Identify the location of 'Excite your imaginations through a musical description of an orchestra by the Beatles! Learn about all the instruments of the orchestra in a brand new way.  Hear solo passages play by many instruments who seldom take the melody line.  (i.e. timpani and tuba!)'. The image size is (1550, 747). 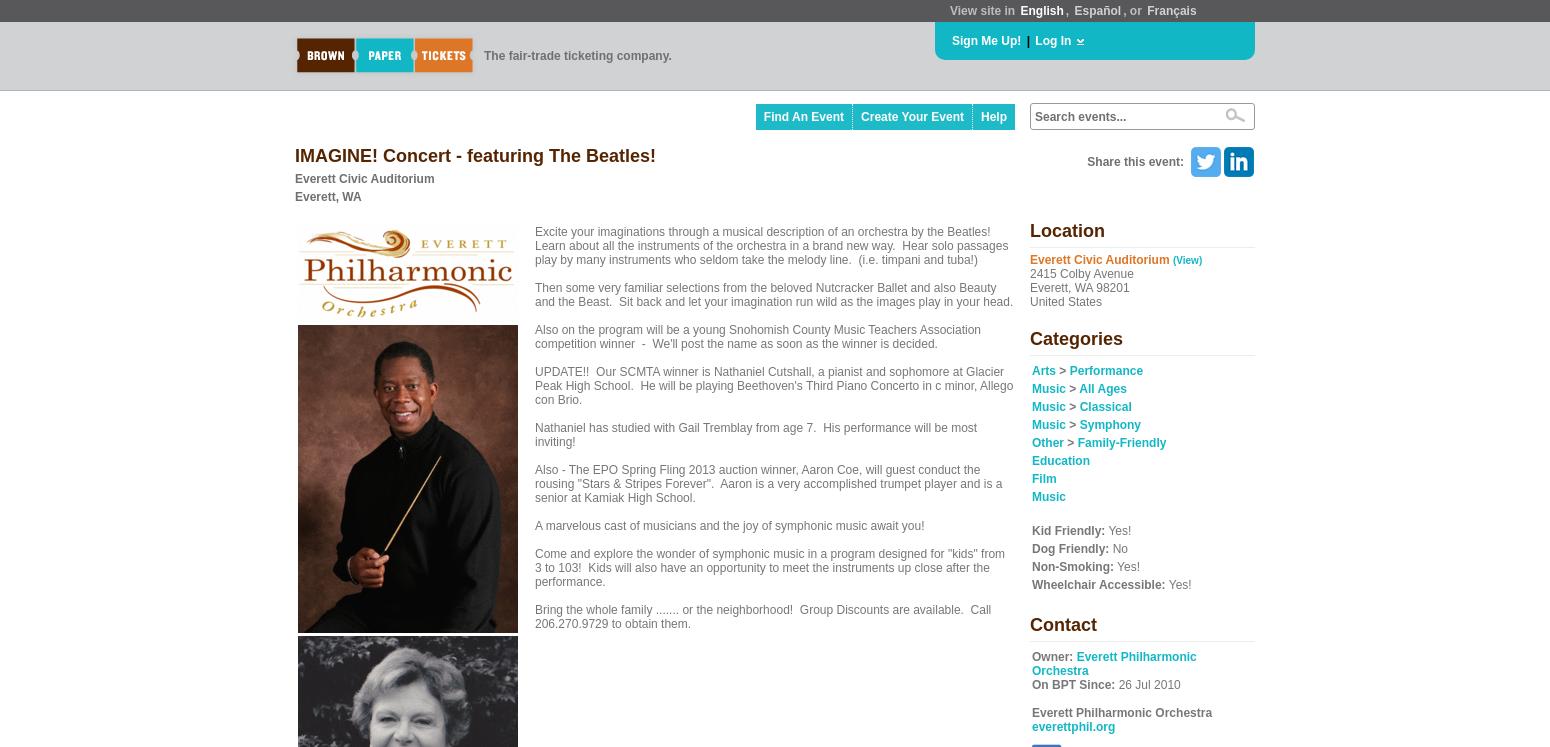
(771, 244).